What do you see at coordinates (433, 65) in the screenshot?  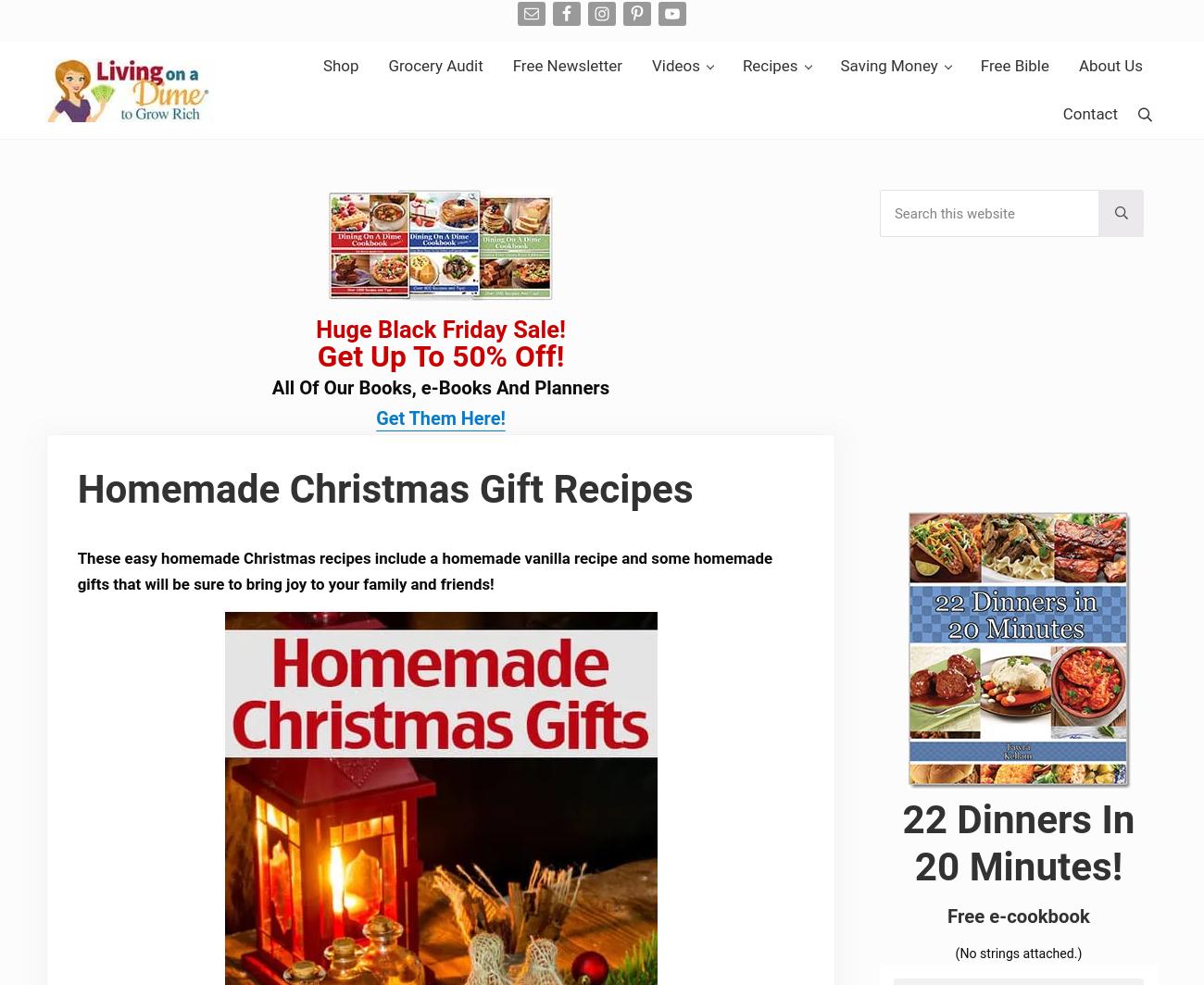 I see `'Grocery Audit'` at bounding box center [433, 65].